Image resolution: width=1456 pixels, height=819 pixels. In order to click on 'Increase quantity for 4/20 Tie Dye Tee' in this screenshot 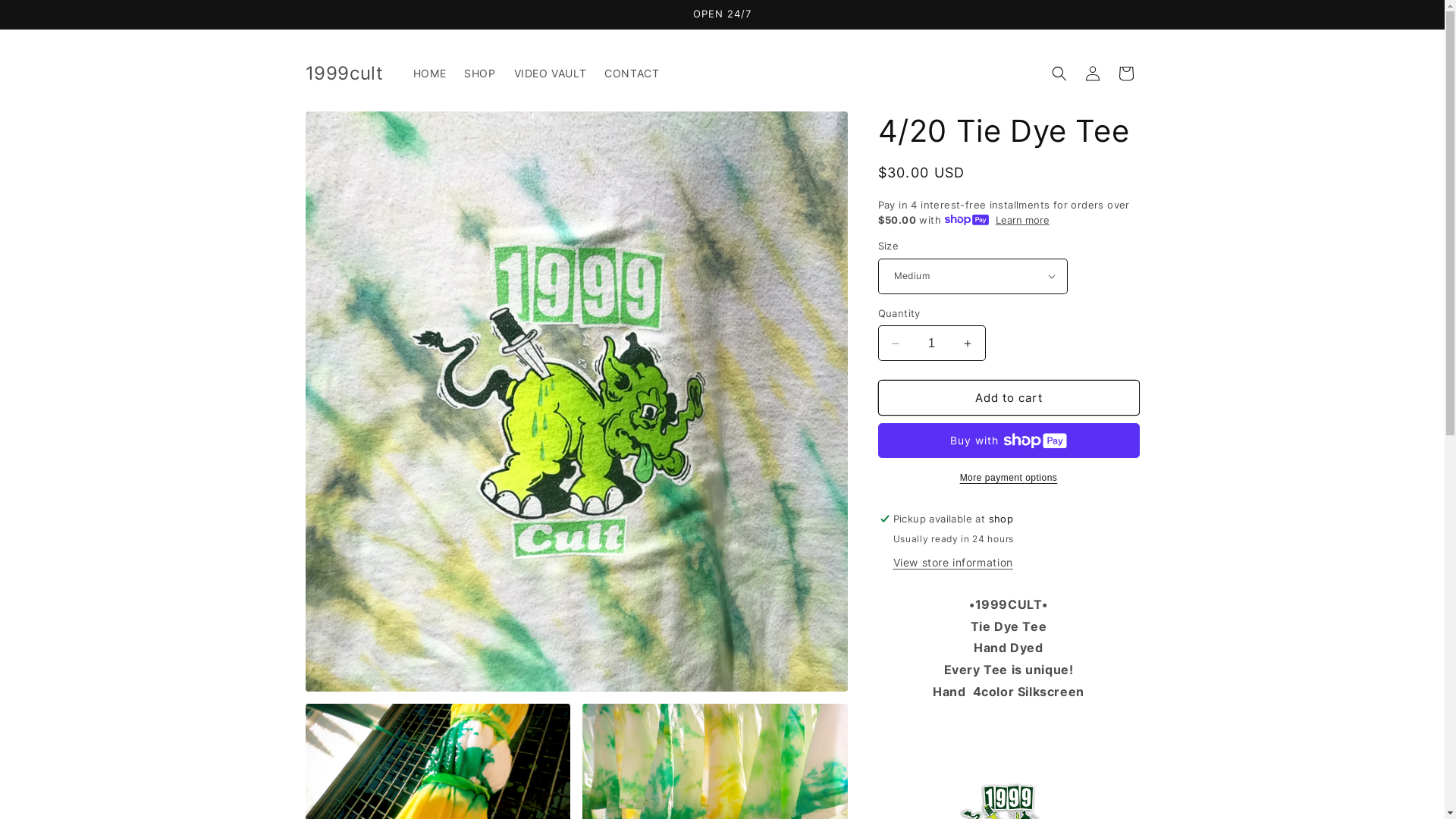, I will do `click(967, 343)`.